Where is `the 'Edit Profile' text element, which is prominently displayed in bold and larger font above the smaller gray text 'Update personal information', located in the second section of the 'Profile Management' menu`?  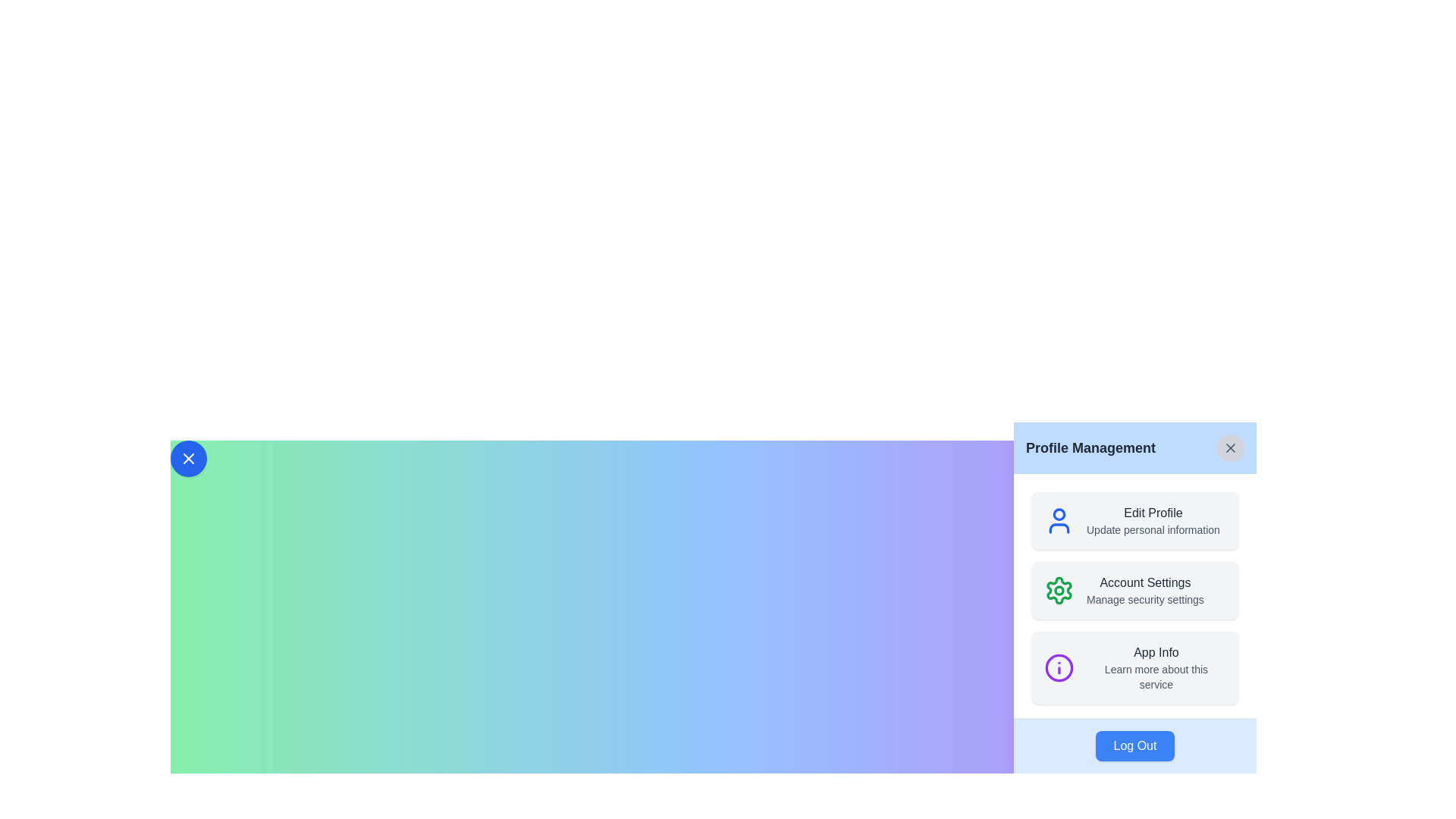 the 'Edit Profile' text element, which is prominently displayed in bold and larger font above the smaller gray text 'Update personal information', located in the second section of the 'Profile Management' menu is located at coordinates (1153, 519).